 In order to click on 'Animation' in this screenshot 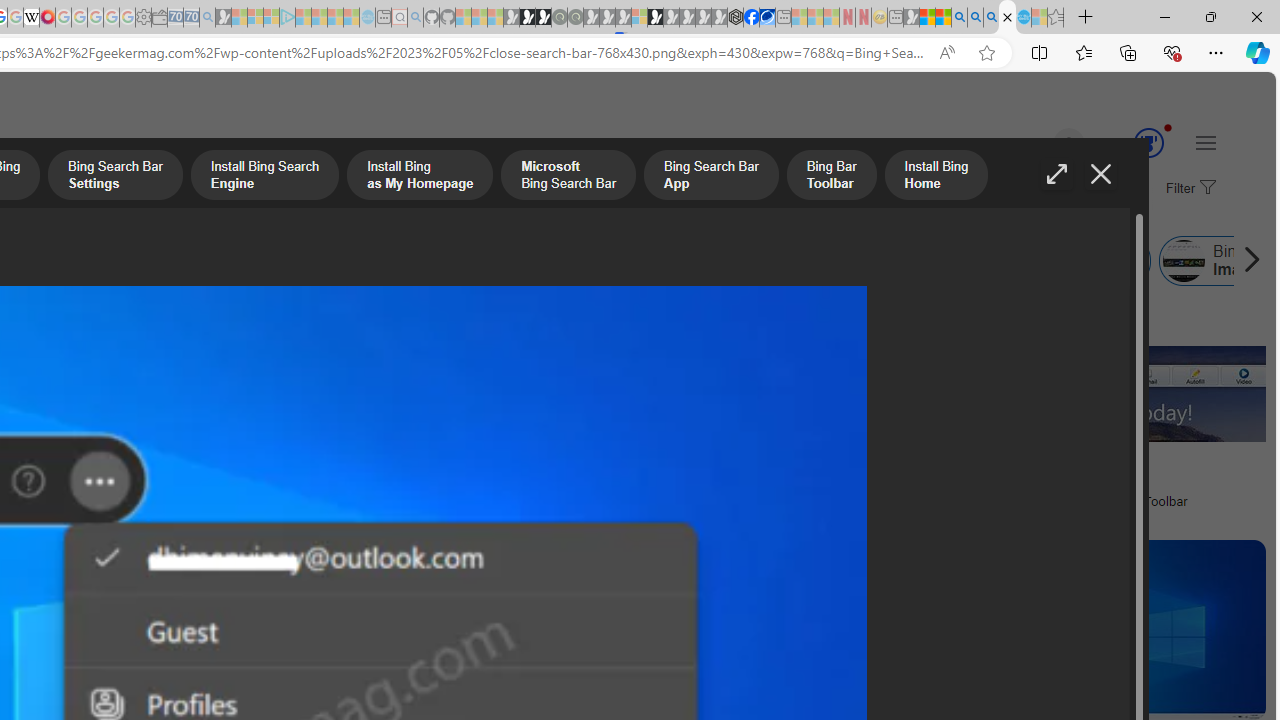, I will do `click(1168, 127)`.